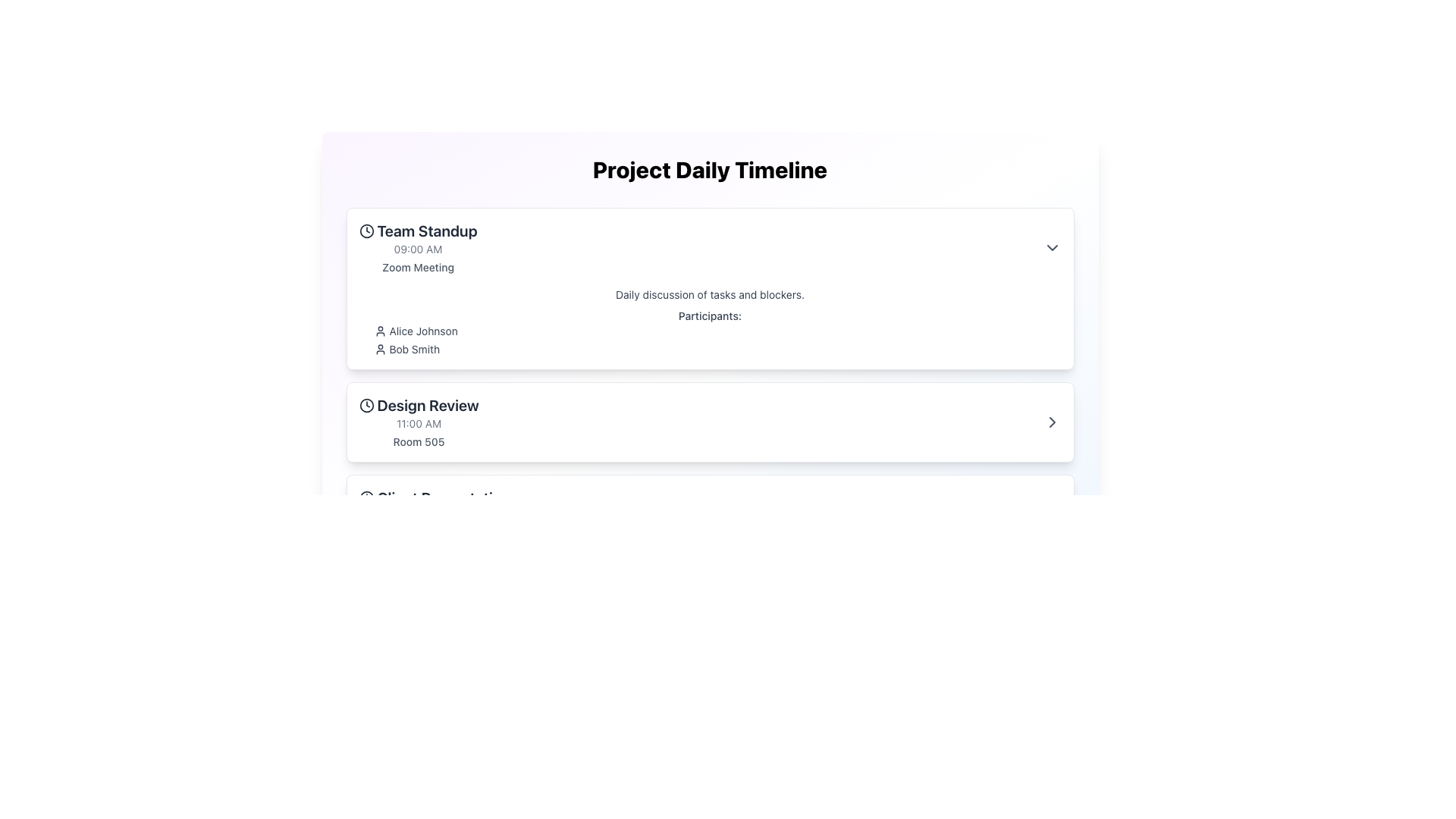  I want to click on the label containing the text 'Zoom Meeting', which is styled in medium gray and positioned beneath '09:00 AM' within the 'Team Standup' card, so click(418, 267).